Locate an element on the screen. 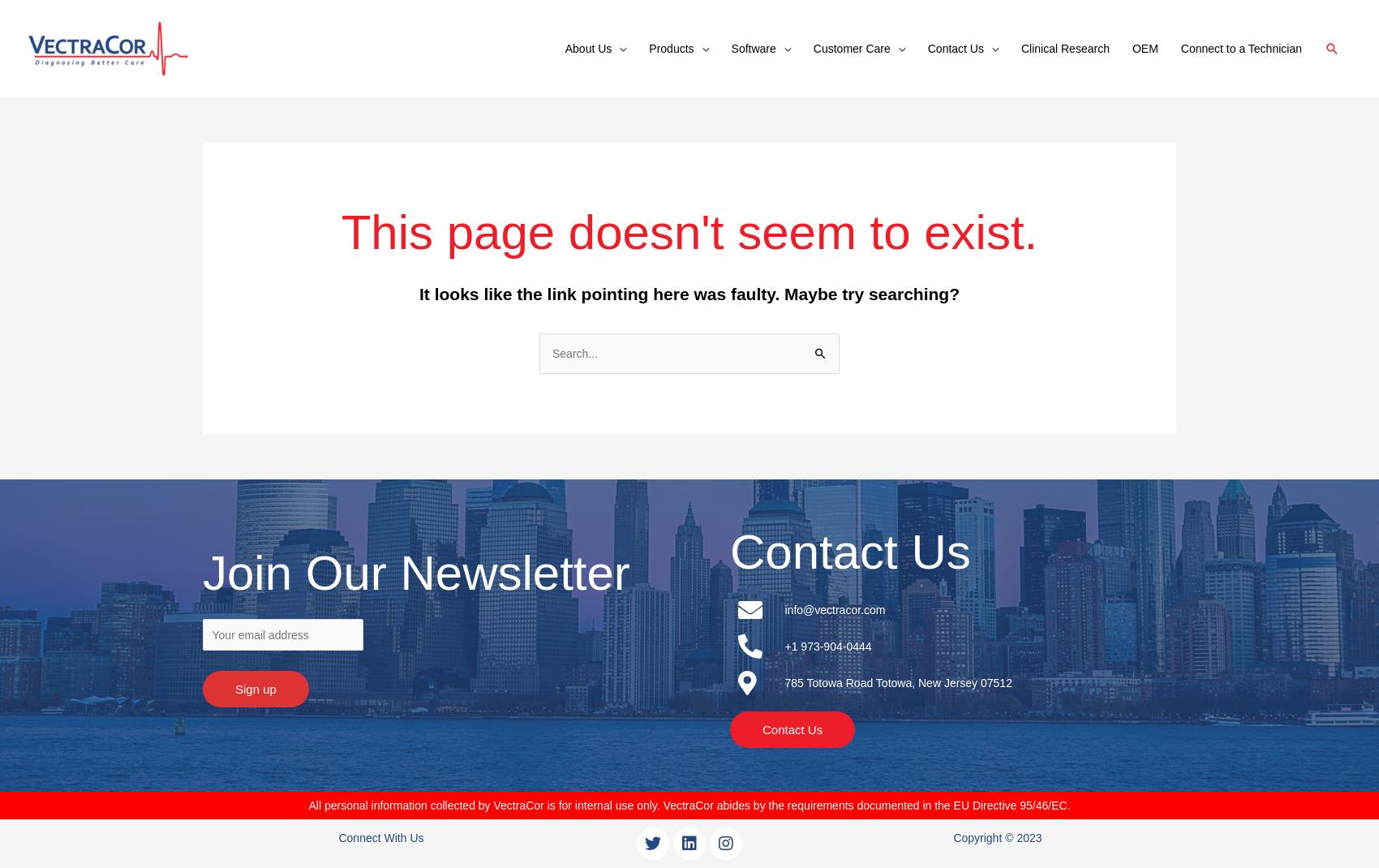 The width and height of the screenshot is (1379, 868). 'Connect to a Technician' is located at coordinates (1241, 48).